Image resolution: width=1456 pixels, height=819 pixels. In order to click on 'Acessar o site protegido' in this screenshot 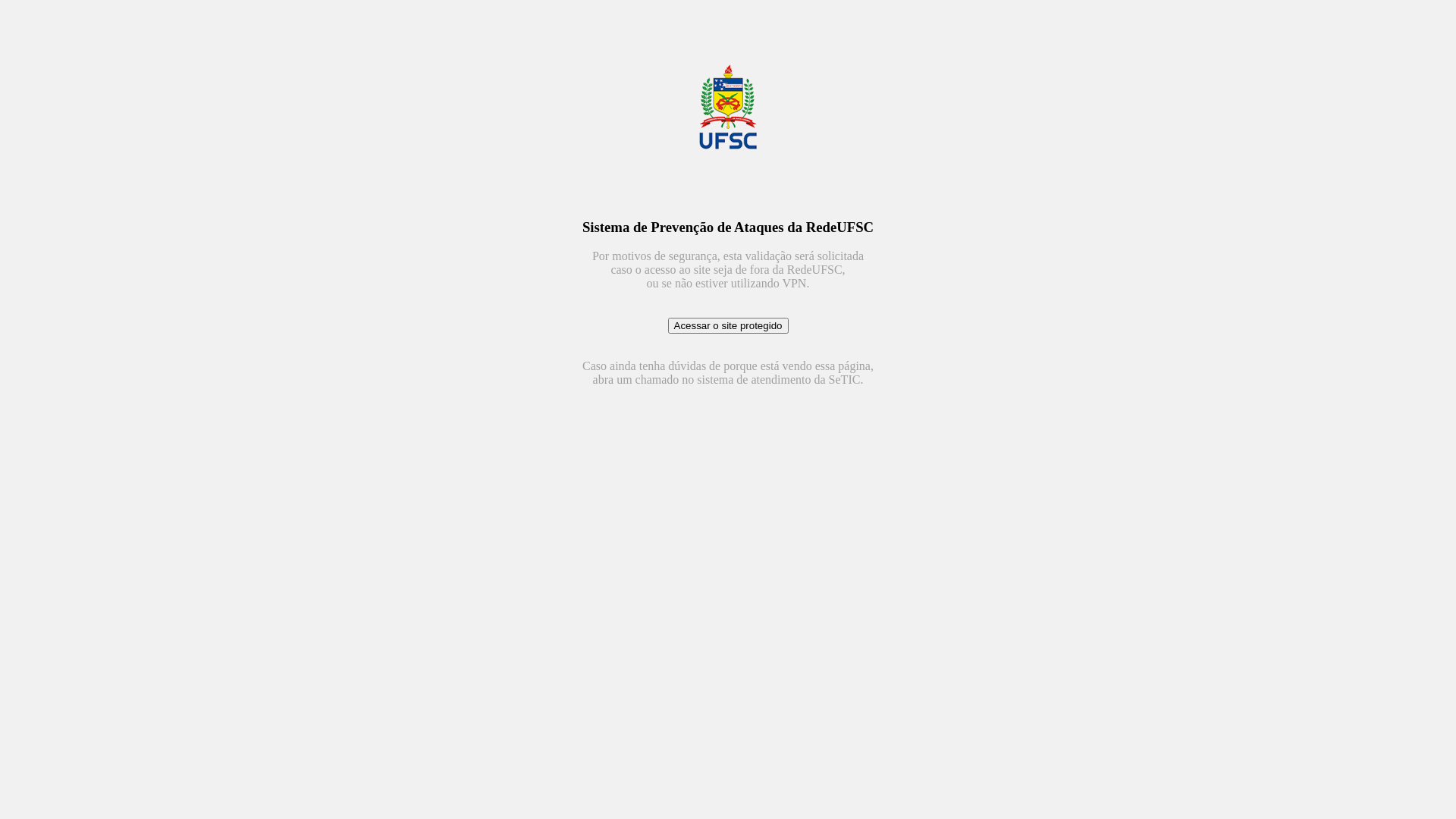, I will do `click(726, 325)`.